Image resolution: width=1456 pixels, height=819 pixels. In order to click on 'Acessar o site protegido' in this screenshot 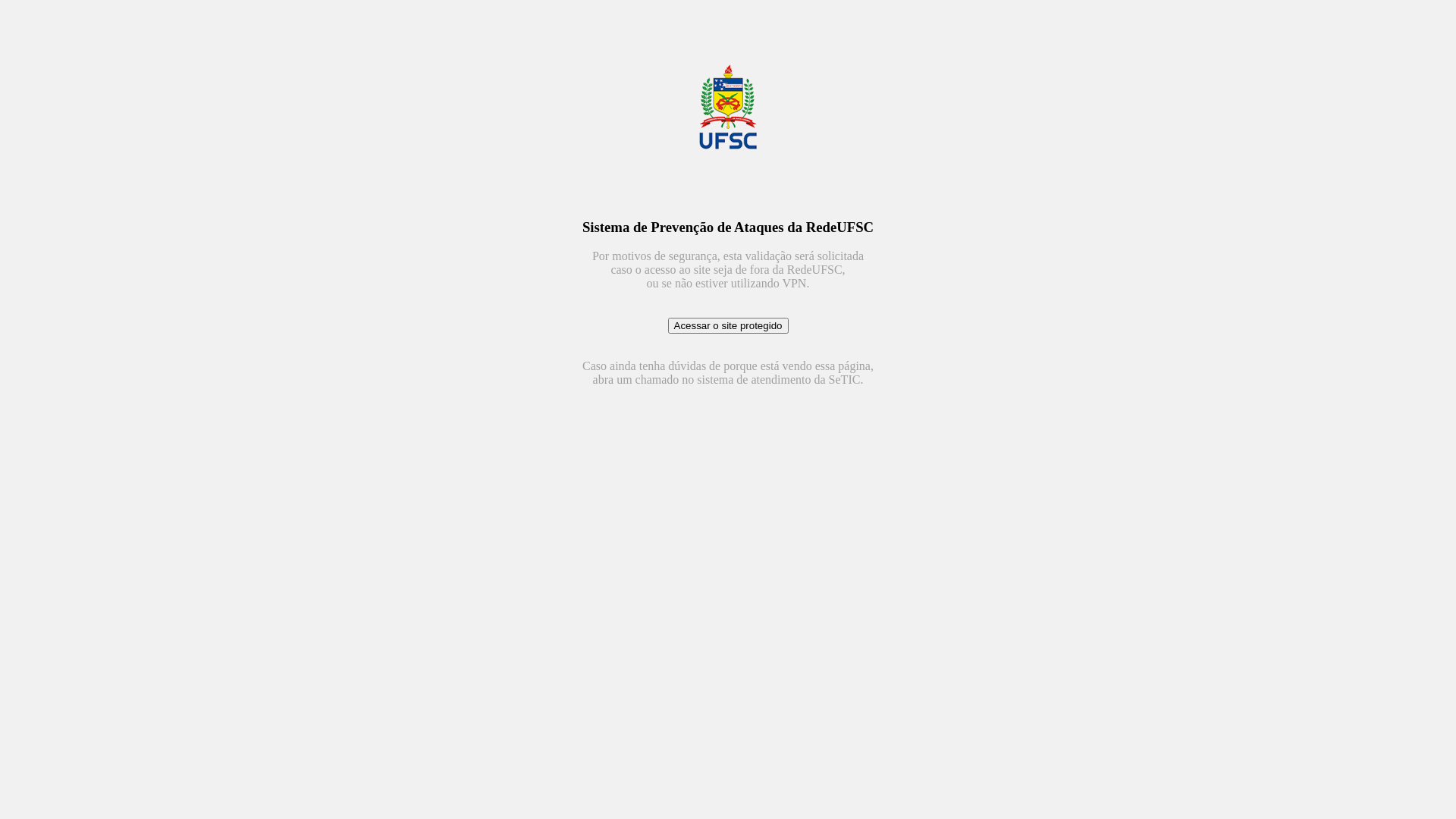, I will do `click(726, 325)`.